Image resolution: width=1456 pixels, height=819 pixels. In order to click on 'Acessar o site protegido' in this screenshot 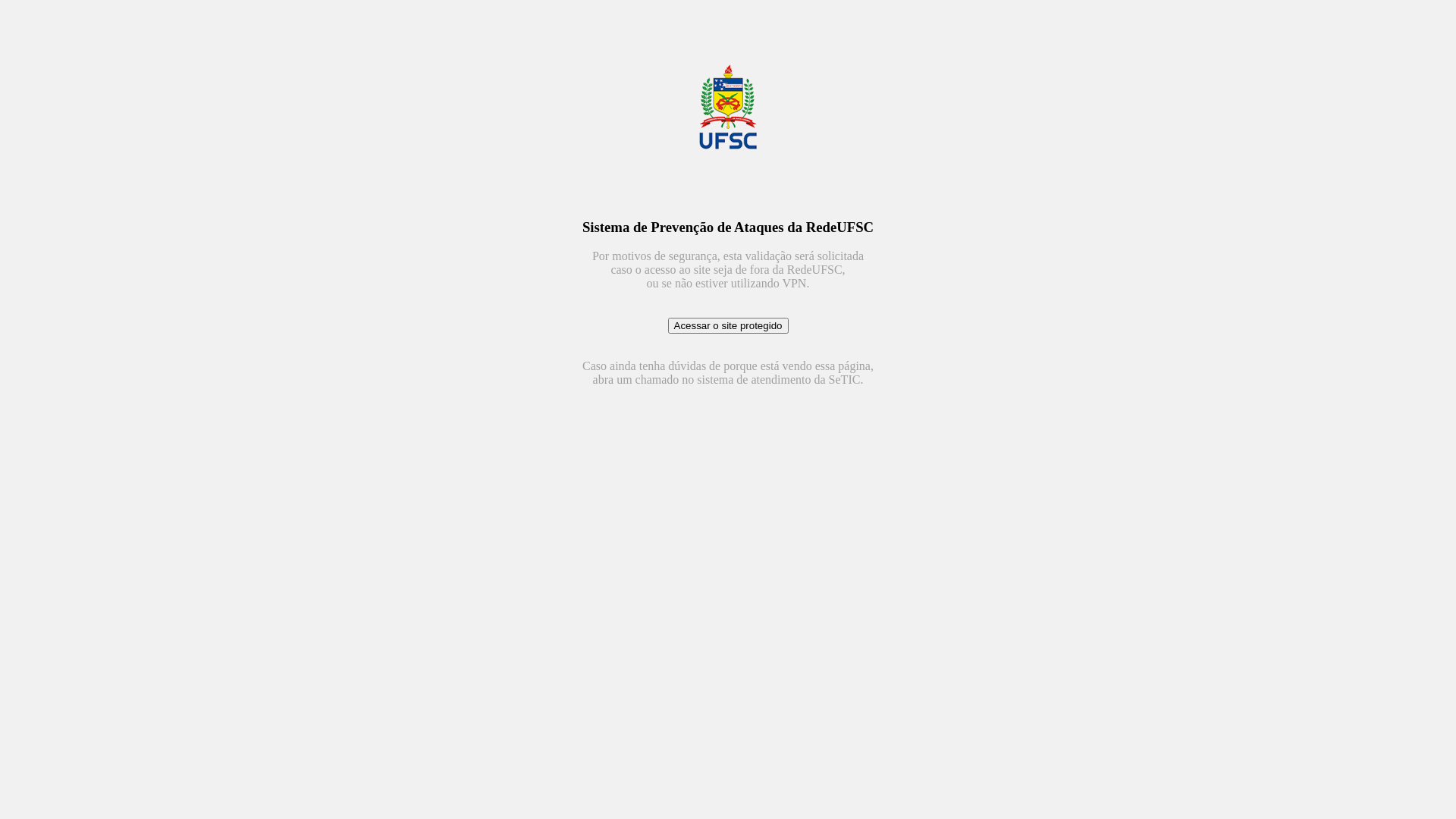, I will do `click(726, 325)`.